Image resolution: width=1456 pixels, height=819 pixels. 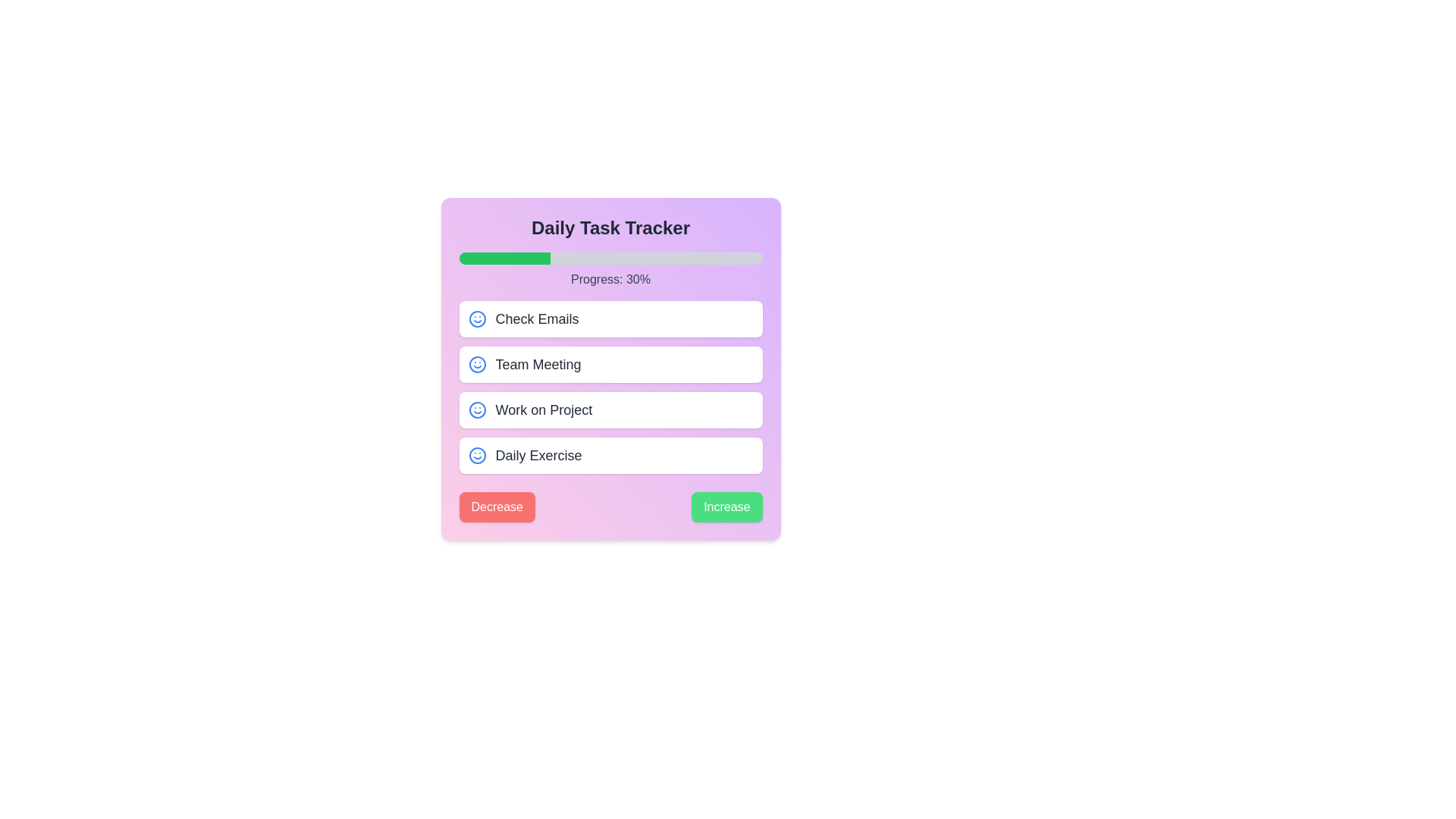 What do you see at coordinates (538, 365) in the screenshot?
I see `the text label describing the 'Team Meeting' task in the task tracker interface, which is located in the second row of the task list, to the right of a small smiley face icon` at bounding box center [538, 365].